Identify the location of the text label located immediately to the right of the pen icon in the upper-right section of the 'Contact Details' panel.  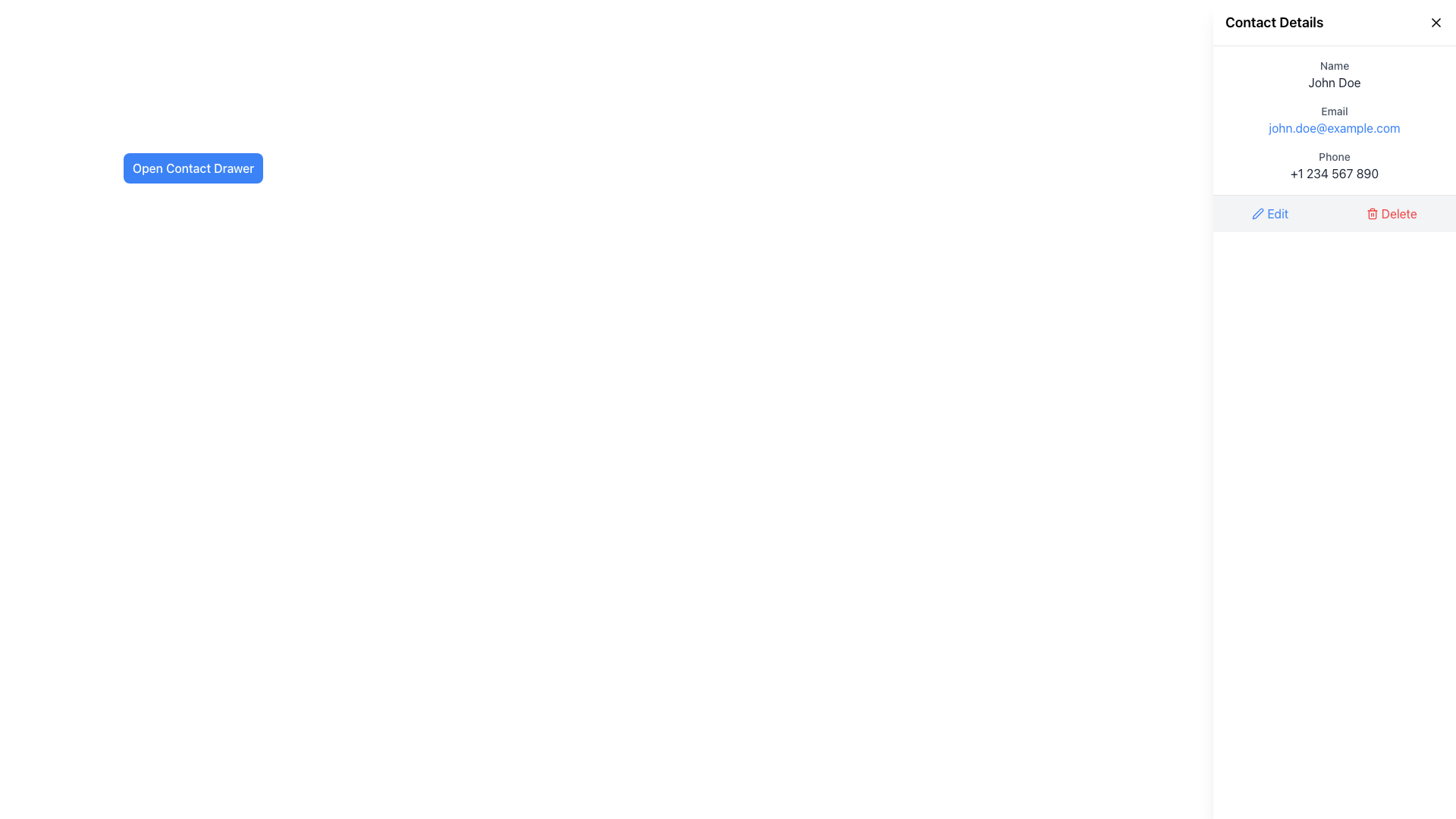
(1276, 213).